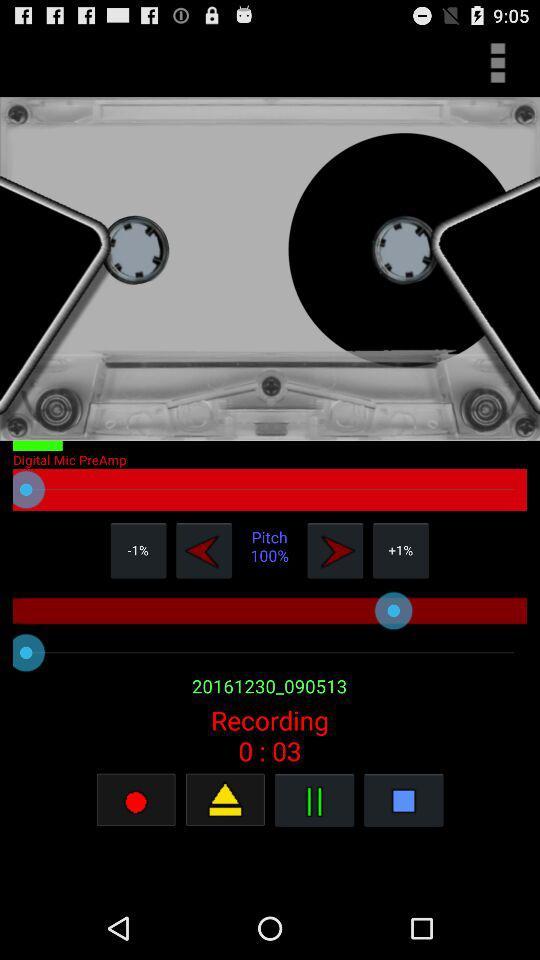 The image size is (540, 960). I want to click on record button, so click(224, 799).